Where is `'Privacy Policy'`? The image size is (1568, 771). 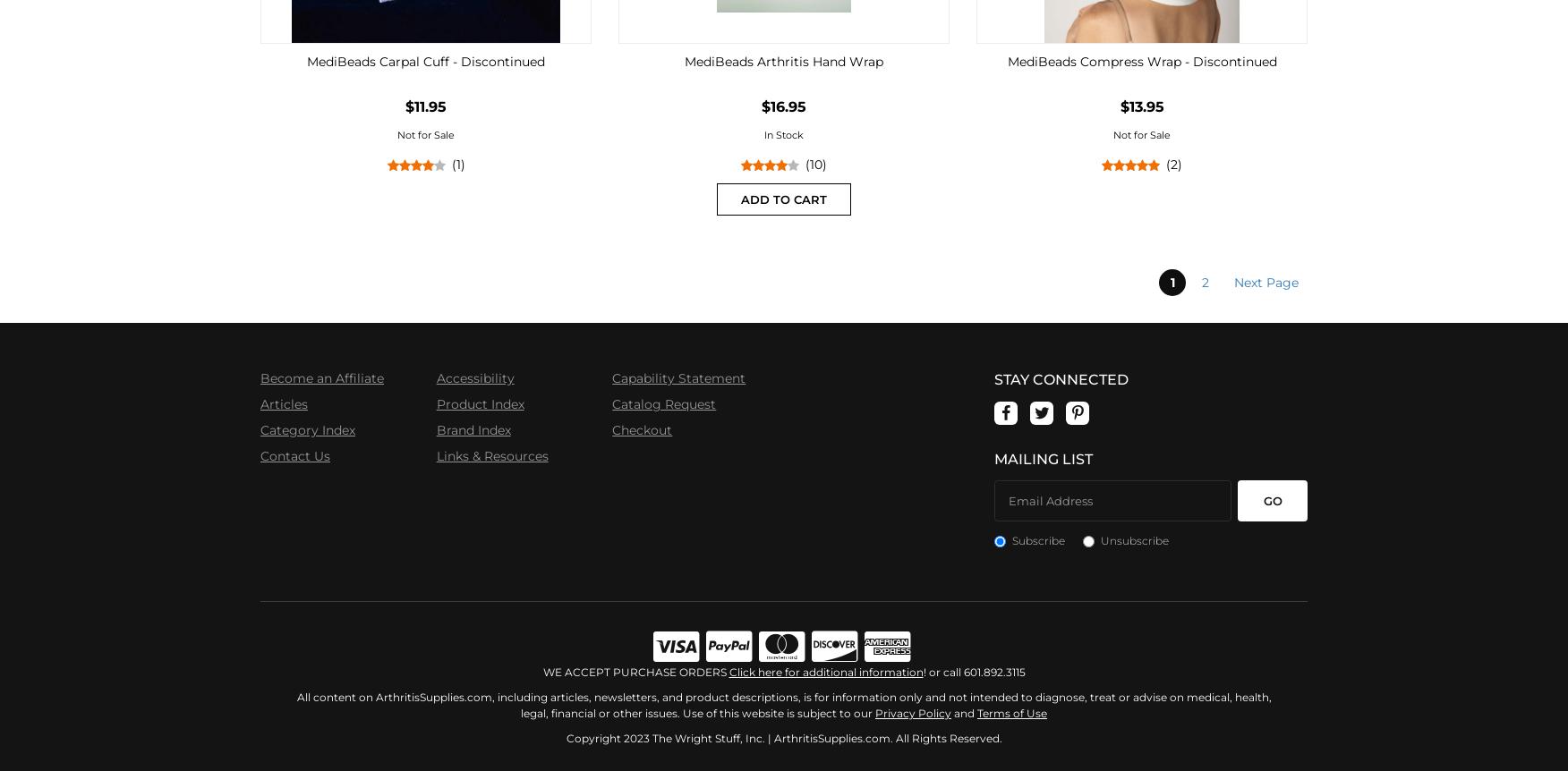 'Privacy Policy' is located at coordinates (912, 712).